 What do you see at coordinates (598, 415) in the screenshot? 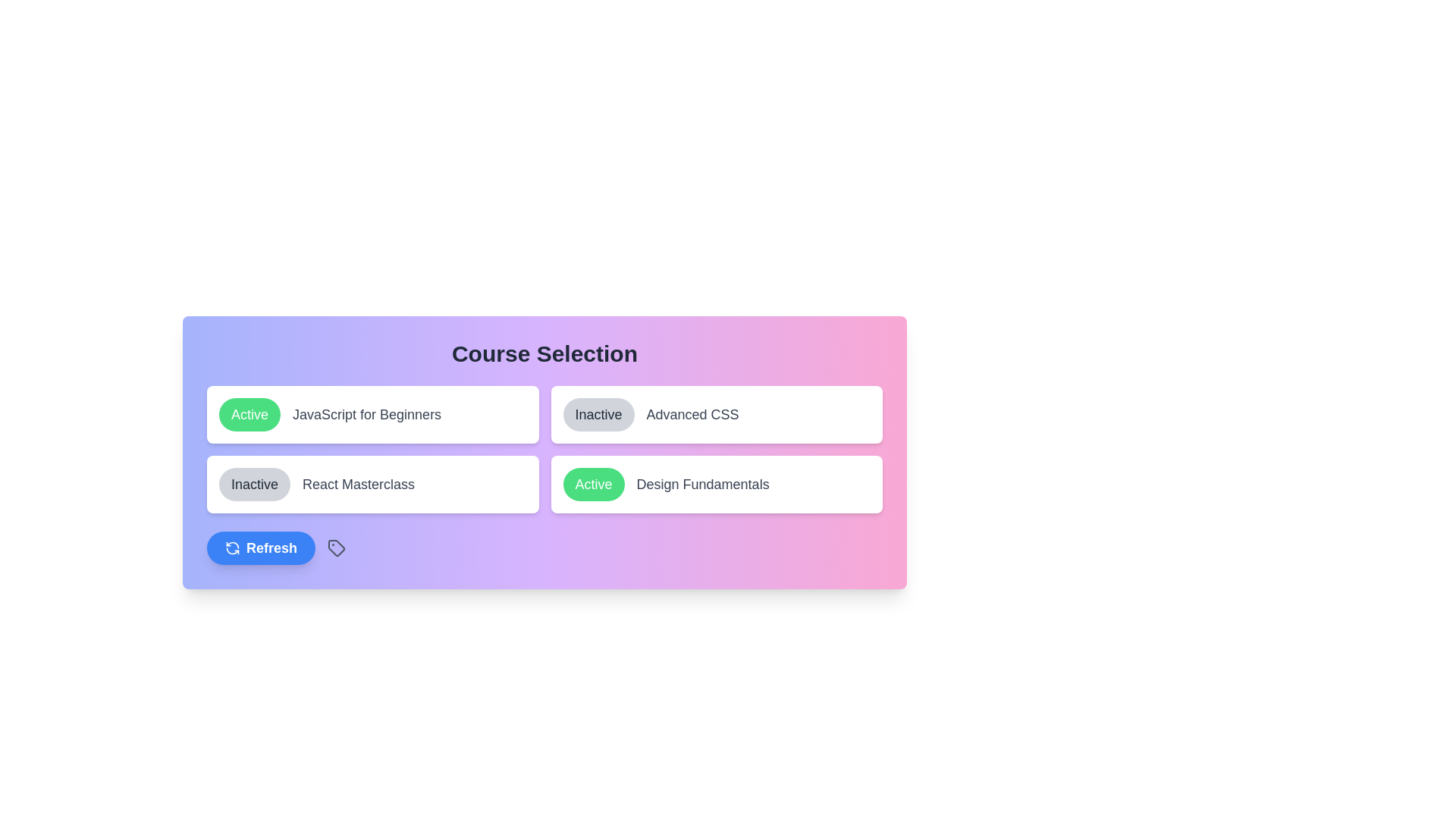
I see `the inactive status button for the 'Advanced CSS' course located in the top-right quadrant under the 'Course Selection' heading to change its status` at bounding box center [598, 415].